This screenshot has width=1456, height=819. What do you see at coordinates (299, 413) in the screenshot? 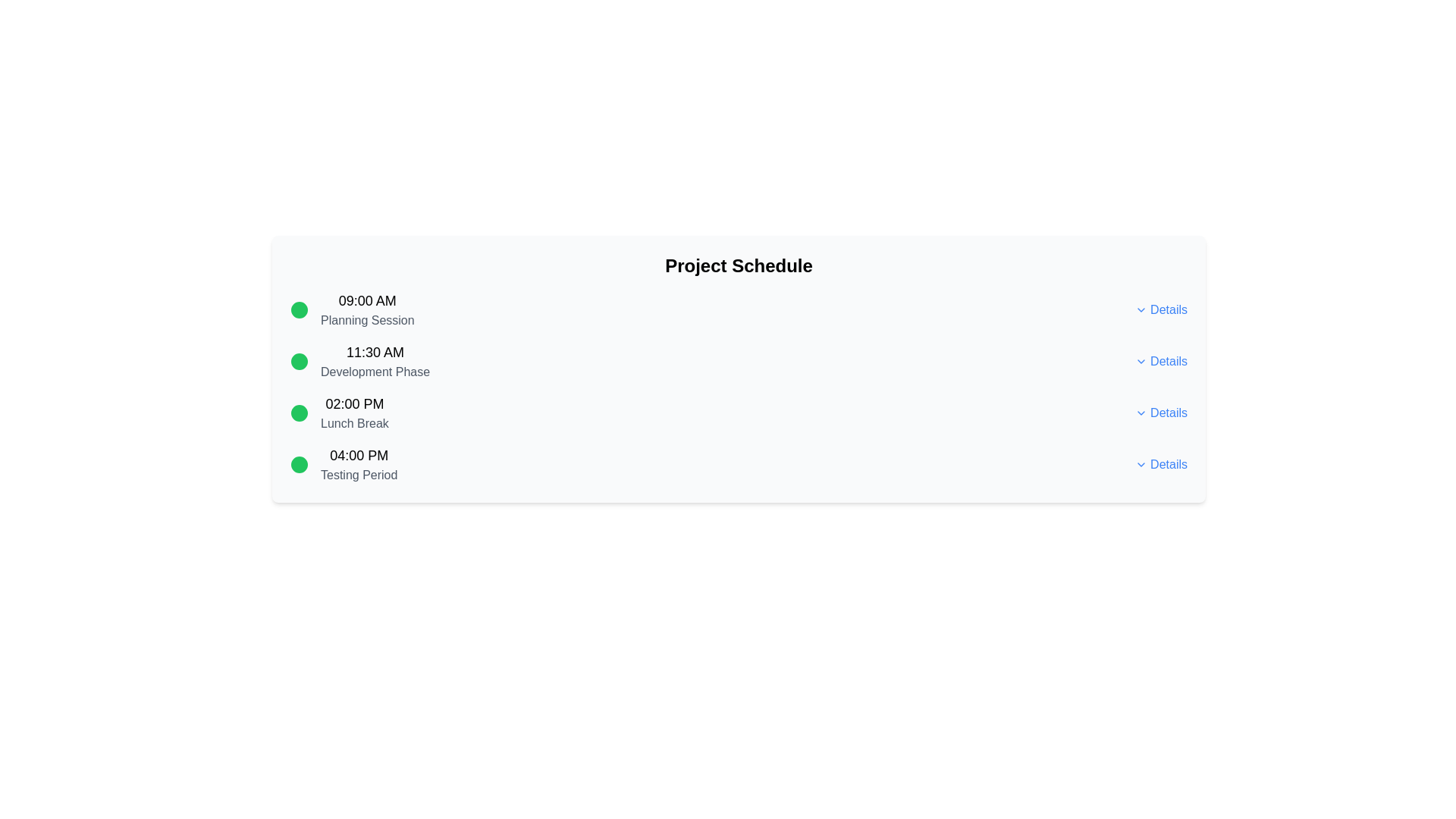
I see `the Status indicator or decorative SVG icon located to the left of the '02:00 PM Lunch Break Details' entry, which is the third circle in a vertical series of time-related entries` at bounding box center [299, 413].